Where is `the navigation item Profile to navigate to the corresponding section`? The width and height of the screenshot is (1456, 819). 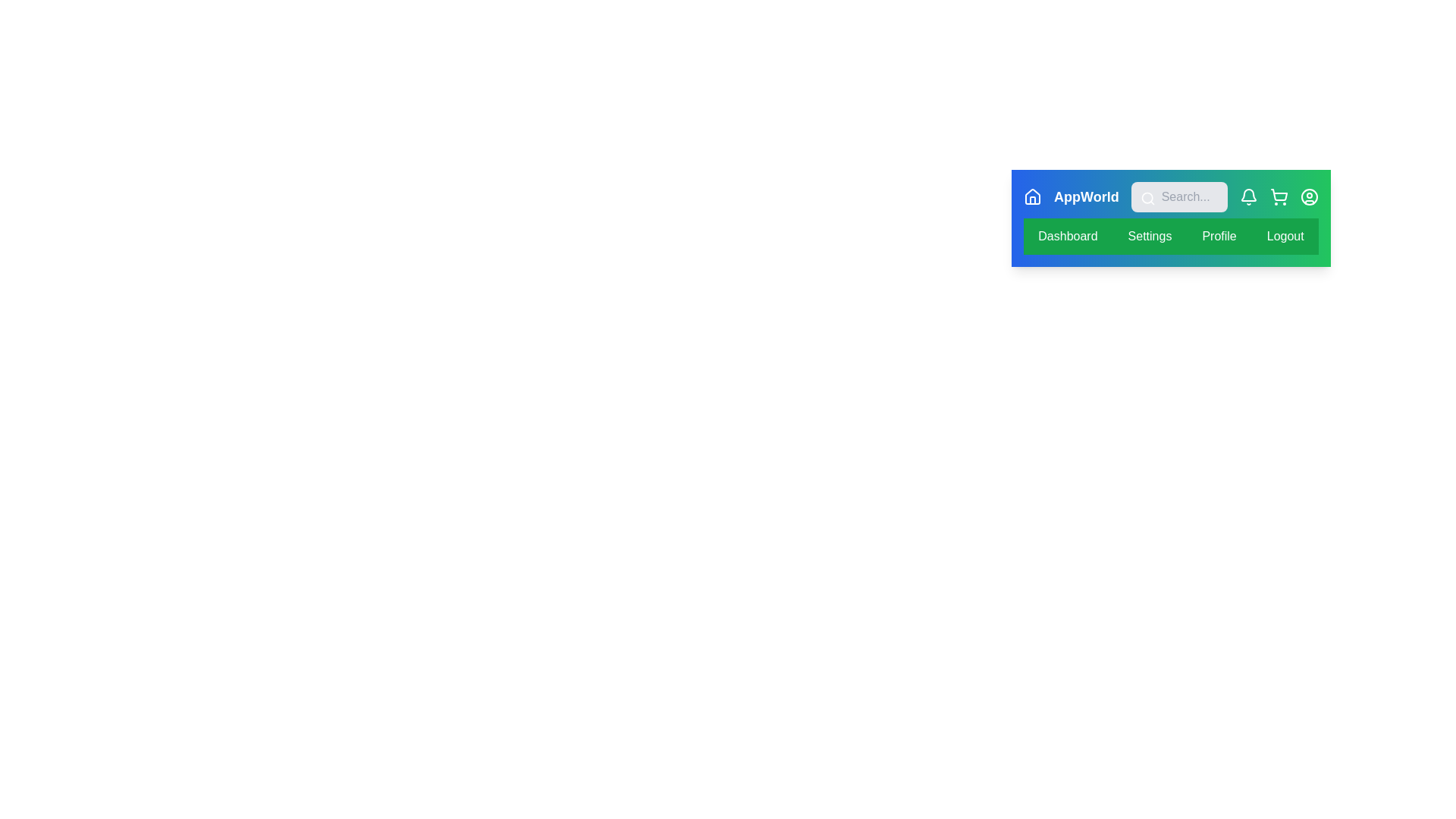 the navigation item Profile to navigate to the corresponding section is located at coordinates (1219, 237).